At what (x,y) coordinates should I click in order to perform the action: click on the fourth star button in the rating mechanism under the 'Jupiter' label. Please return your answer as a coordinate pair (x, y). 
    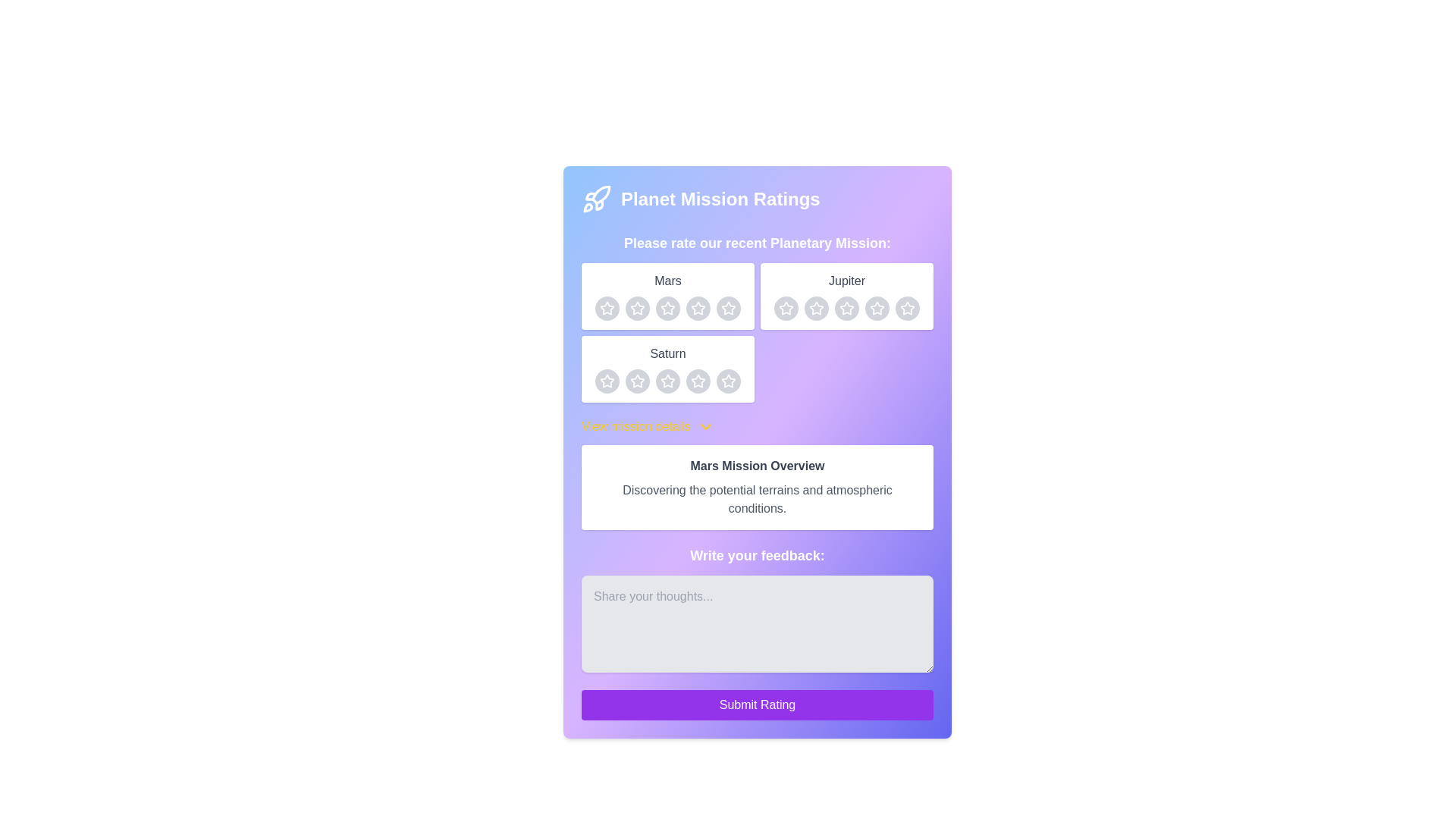
    Looking at the image, I should click on (877, 308).